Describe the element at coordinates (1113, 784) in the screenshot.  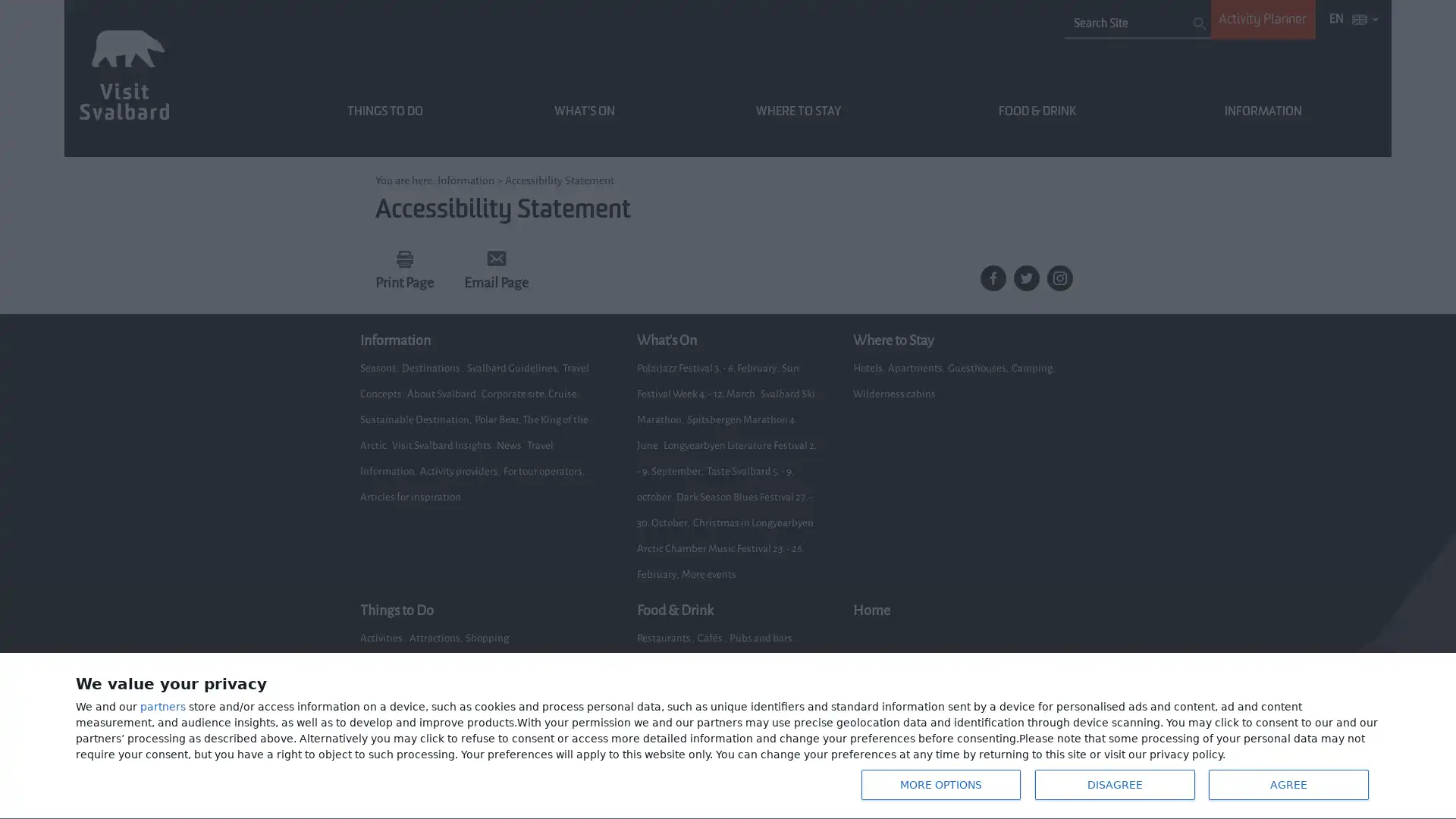
I see `DISAGREE` at that location.